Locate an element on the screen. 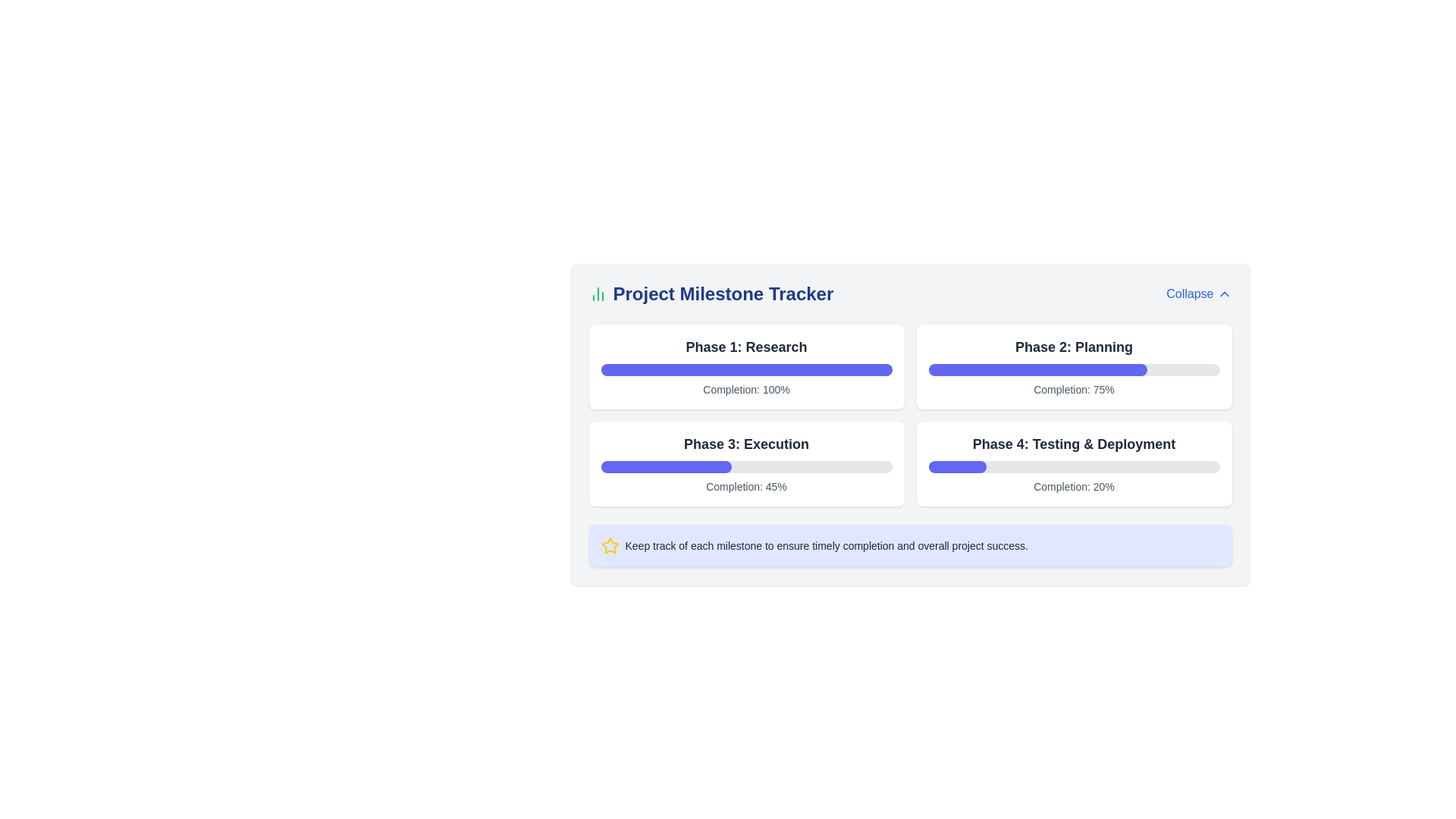 This screenshot has width=1456, height=819. the Progress bar indicating 20% completion in the 'Phase 4: Testing & Deployment' section is located at coordinates (1073, 466).